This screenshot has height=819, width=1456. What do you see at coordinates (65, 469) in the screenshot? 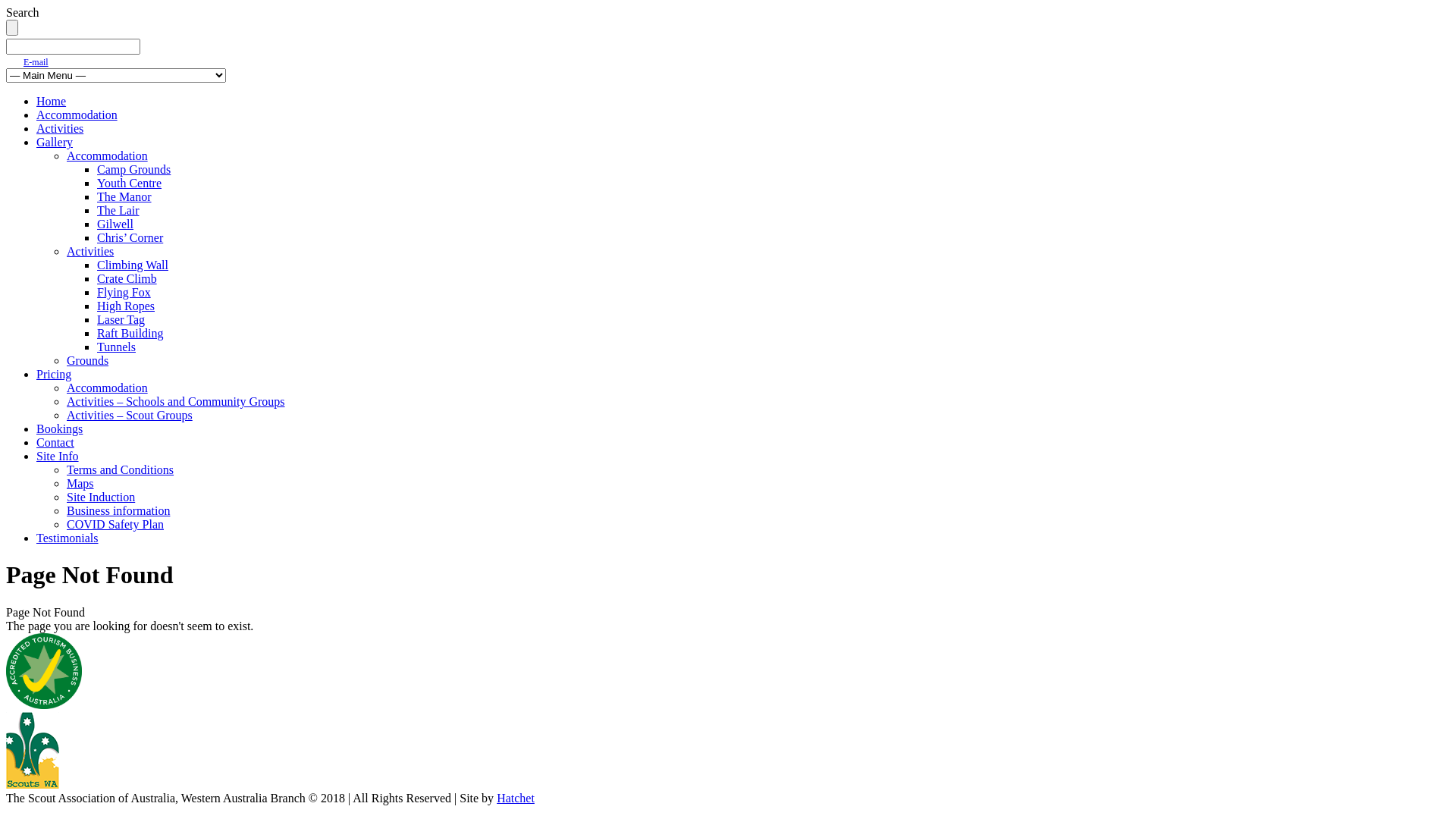
I see `'Terms and Conditions'` at bounding box center [65, 469].